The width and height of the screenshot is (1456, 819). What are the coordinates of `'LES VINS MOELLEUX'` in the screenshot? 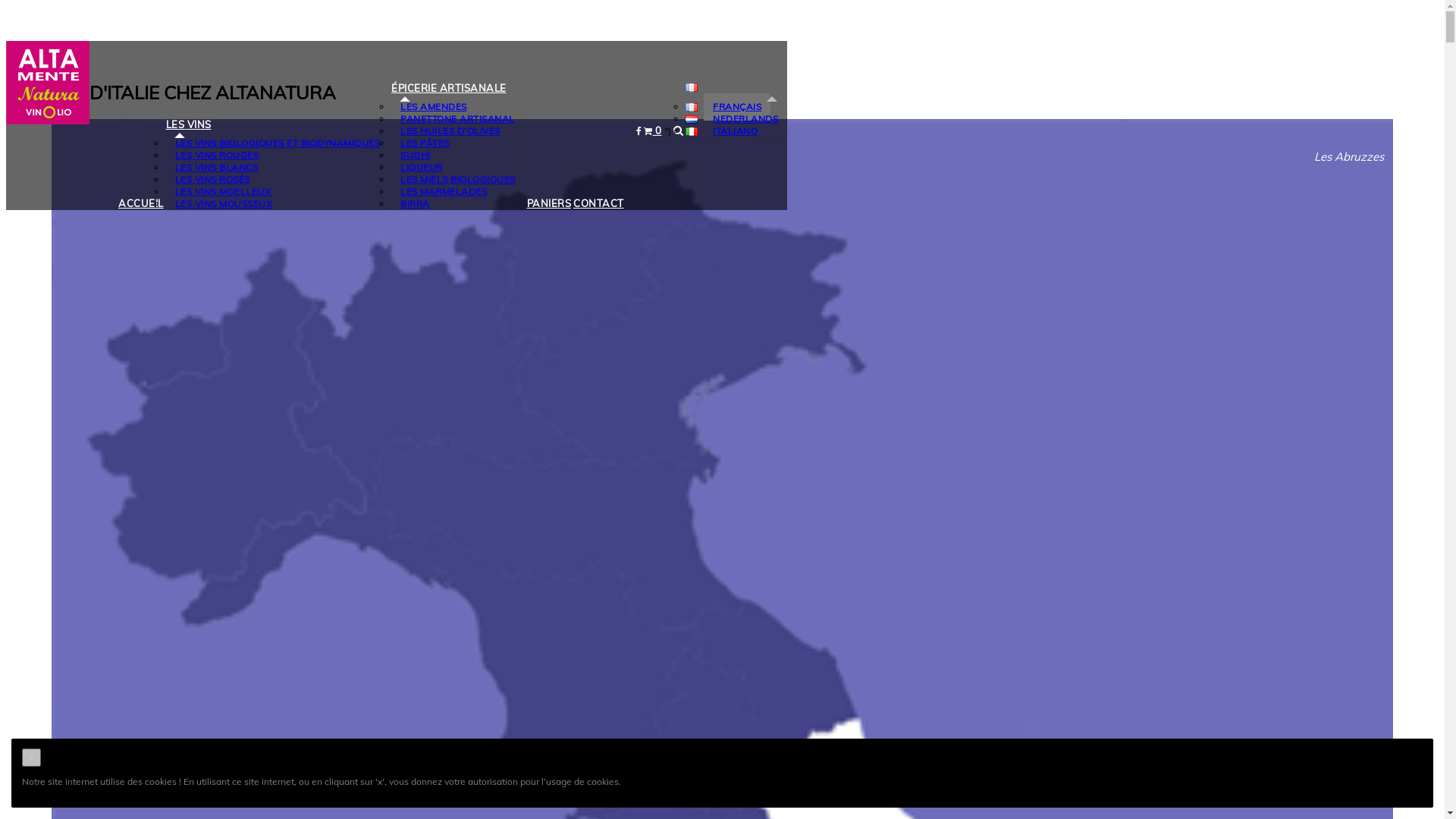 It's located at (221, 191).